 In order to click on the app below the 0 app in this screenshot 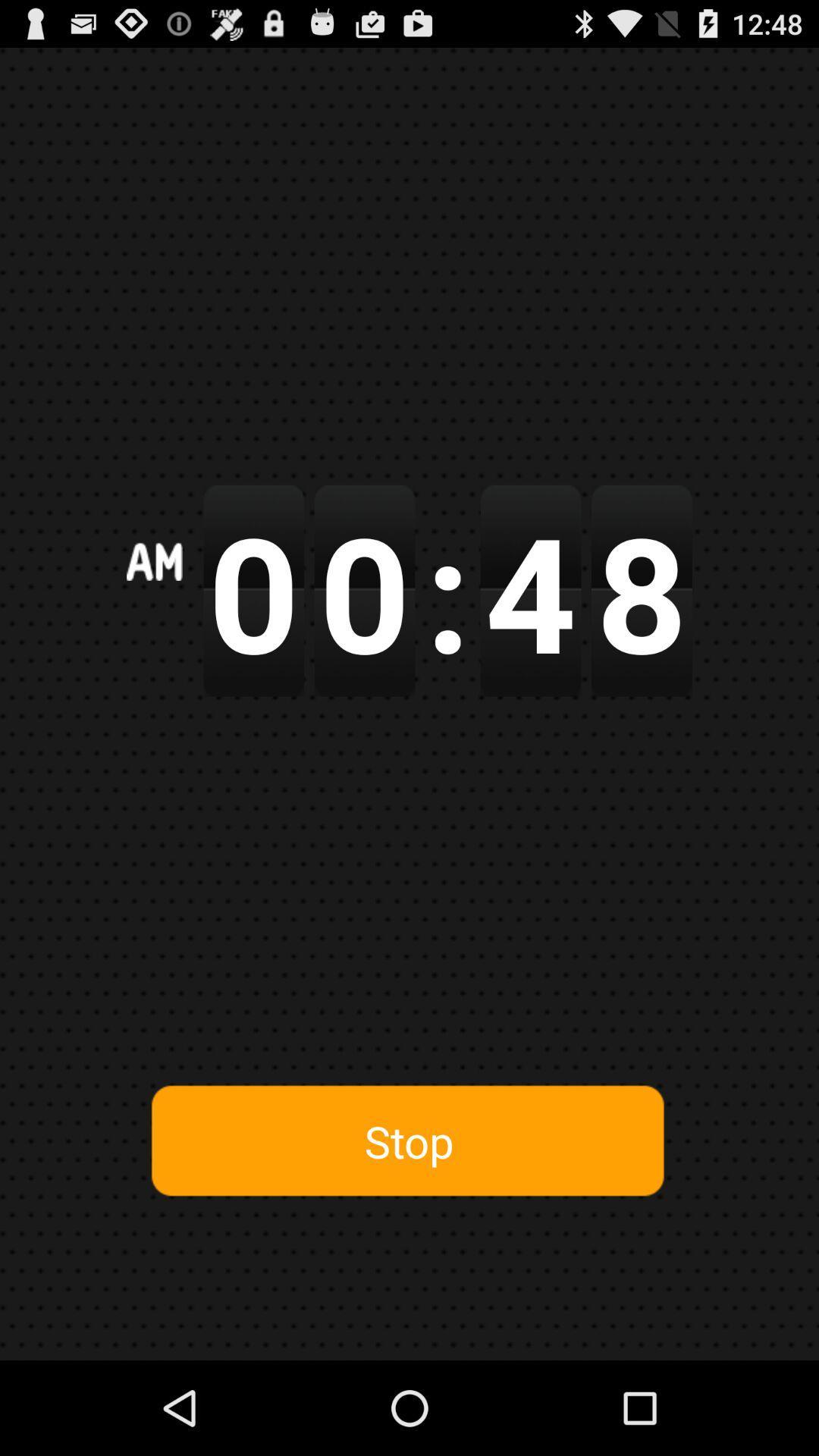, I will do `click(408, 1141)`.